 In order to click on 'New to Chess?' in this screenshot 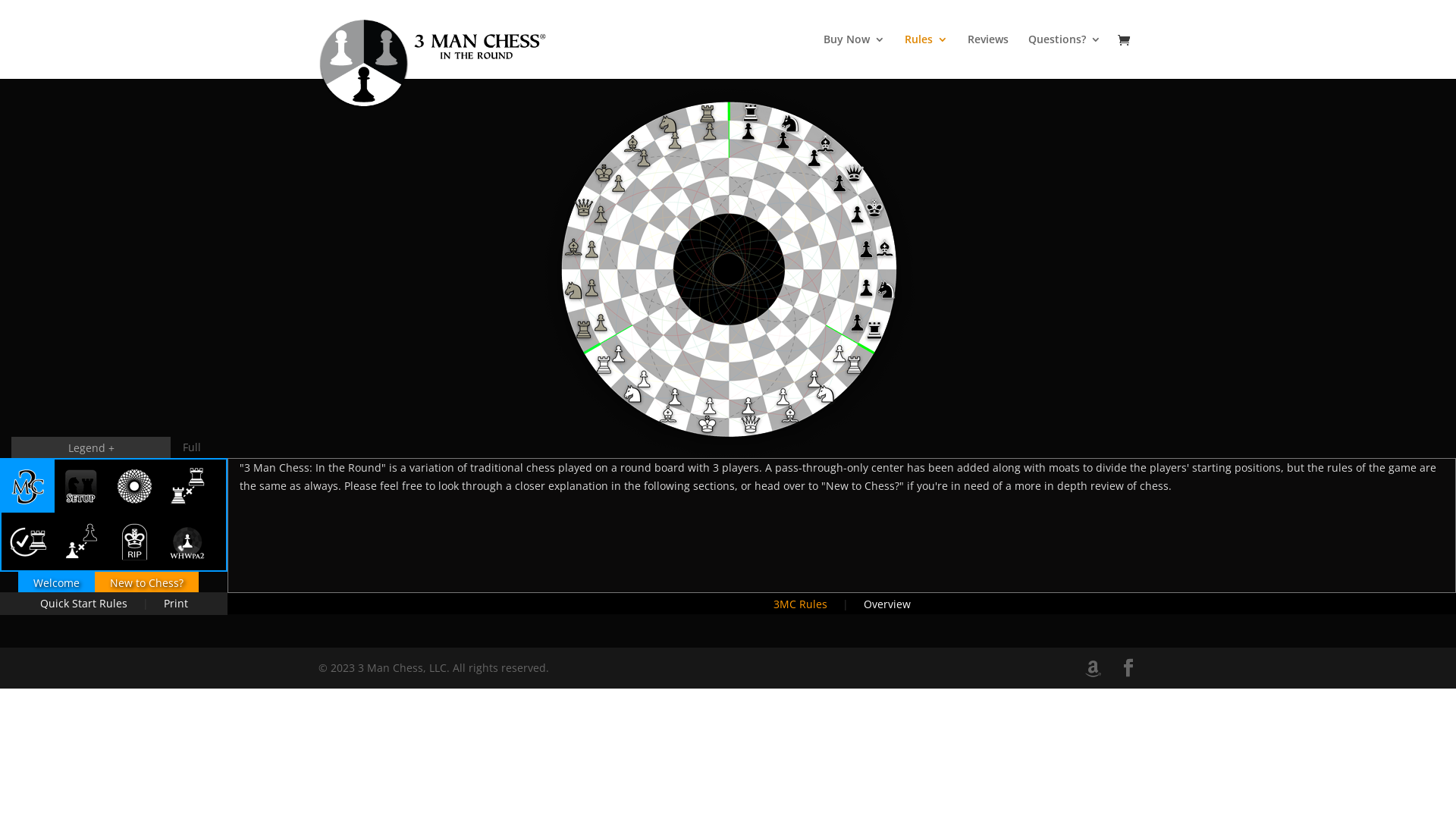, I will do `click(93, 581)`.